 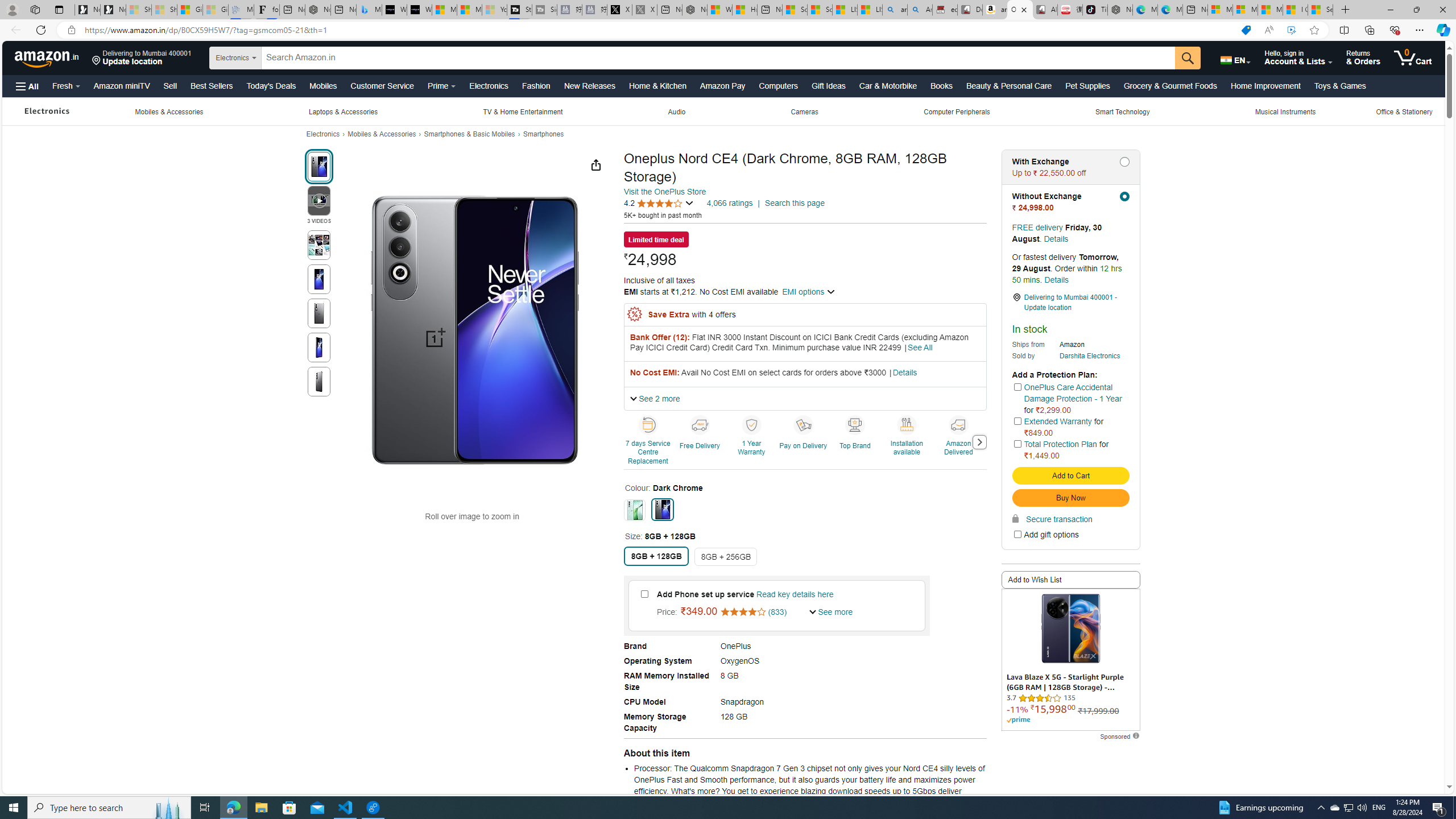 What do you see at coordinates (1235, 57) in the screenshot?
I see `'Choose a language for shopping.'` at bounding box center [1235, 57].